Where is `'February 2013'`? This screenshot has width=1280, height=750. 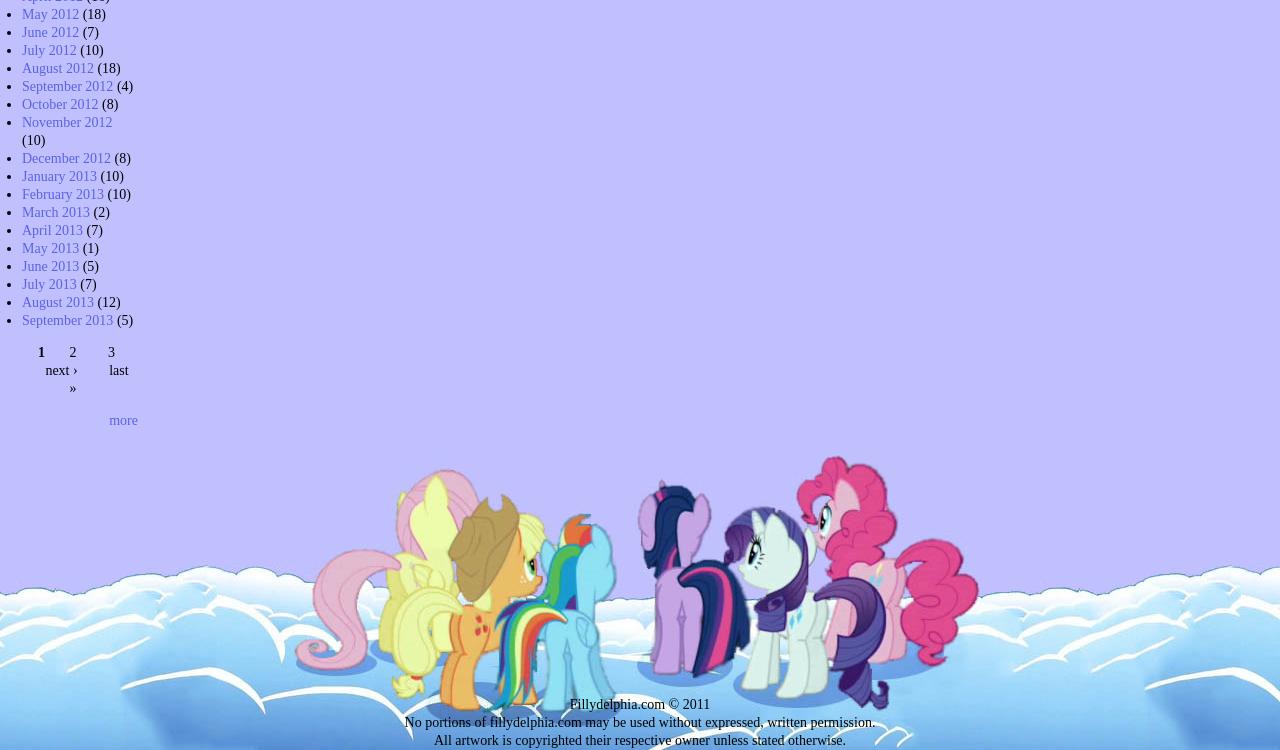 'February 2013' is located at coordinates (22, 192).